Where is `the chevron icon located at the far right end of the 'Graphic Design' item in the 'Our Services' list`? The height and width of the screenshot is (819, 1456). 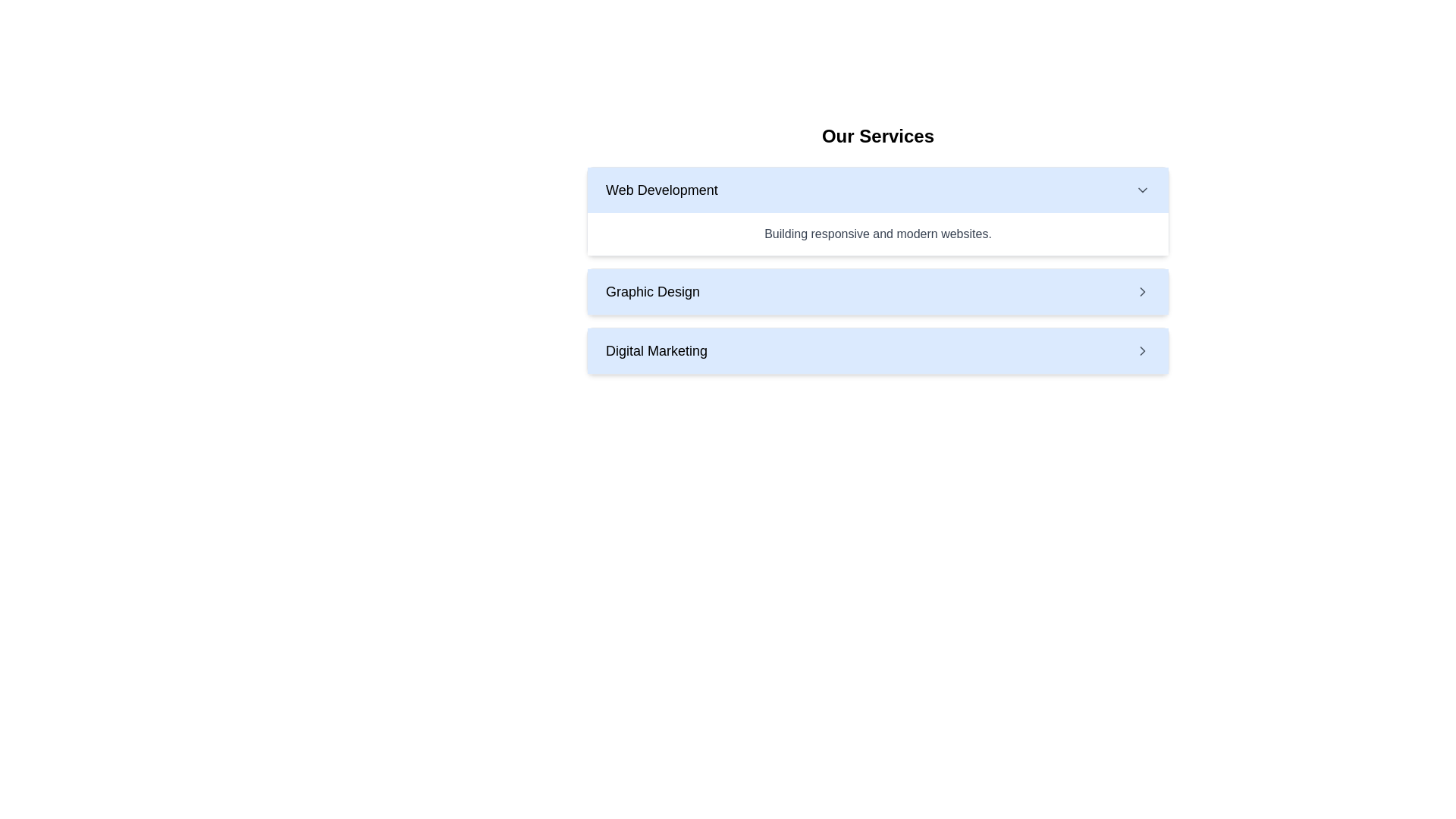
the chevron icon located at the far right end of the 'Graphic Design' item in the 'Our Services' list is located at coordinates (1143, 292).